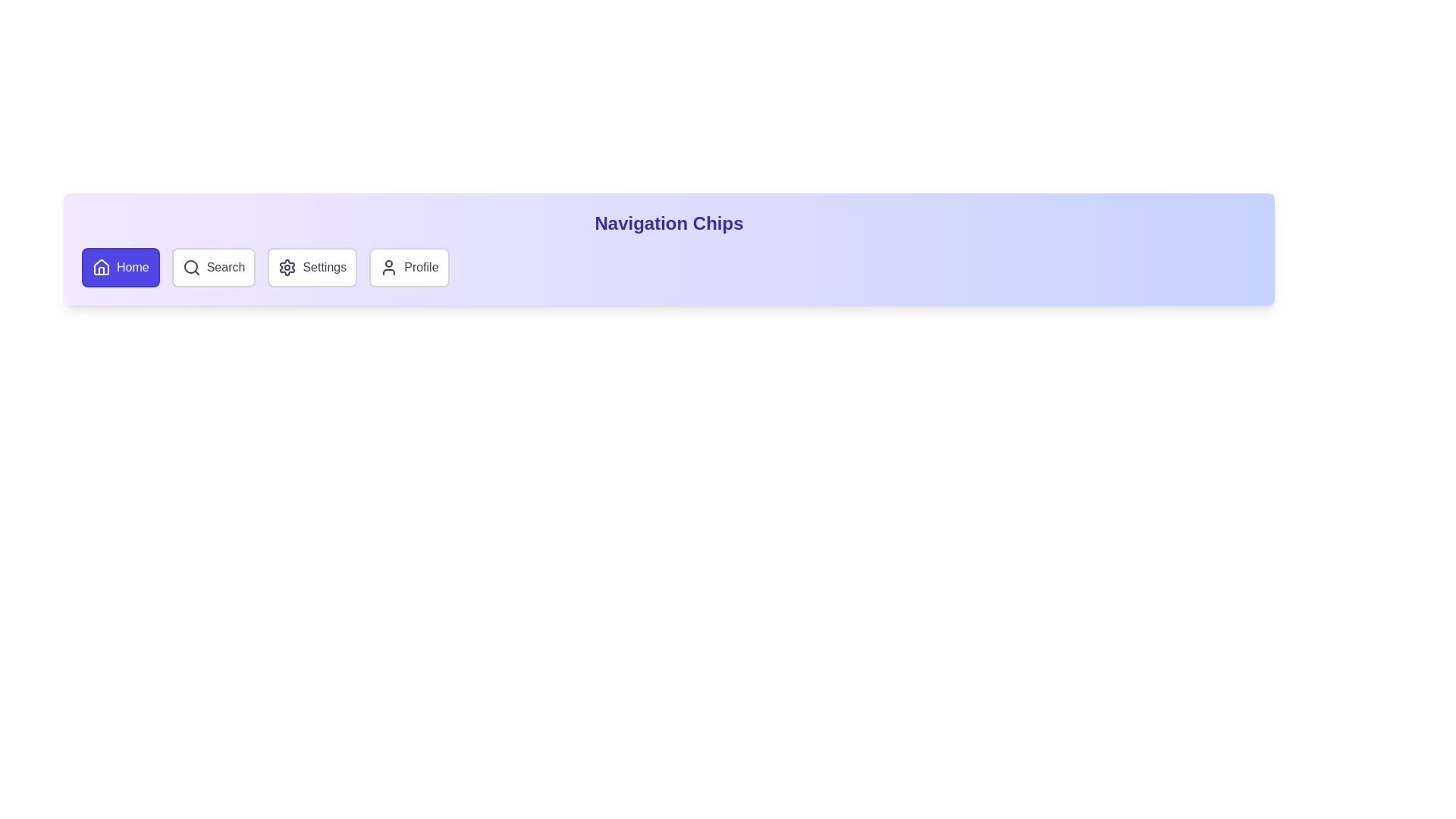 Image resolution: width=1456 pixels, height=819 pixels. Describe the element at coordinates (190, 267) in the screenshot. I see `the icon of the chip labeled Search to activate it` at that location.